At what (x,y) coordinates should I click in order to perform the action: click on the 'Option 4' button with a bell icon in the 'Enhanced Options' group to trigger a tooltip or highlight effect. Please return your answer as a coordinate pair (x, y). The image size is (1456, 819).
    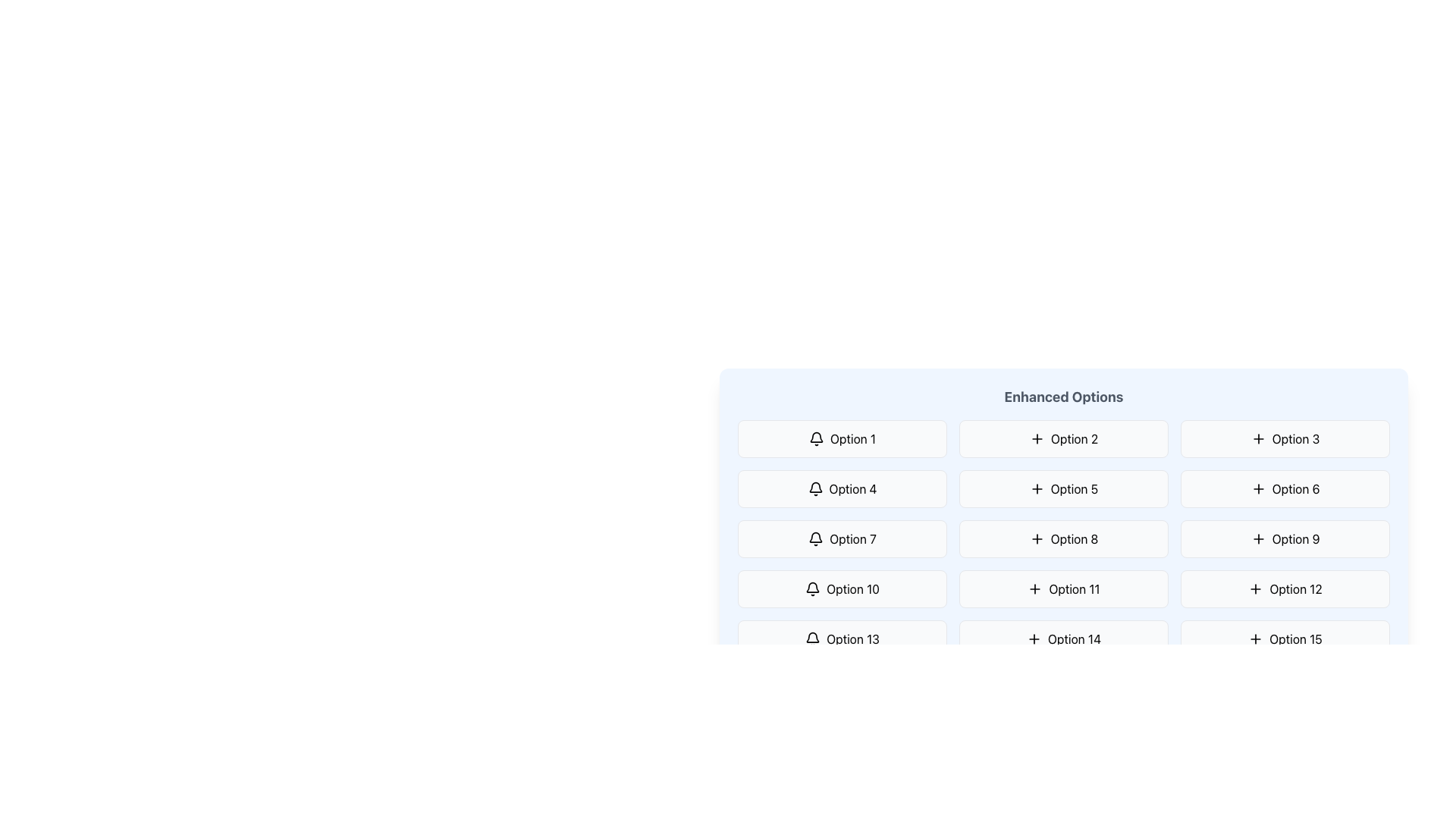
    Looking at the image, I should click on (841, 488).